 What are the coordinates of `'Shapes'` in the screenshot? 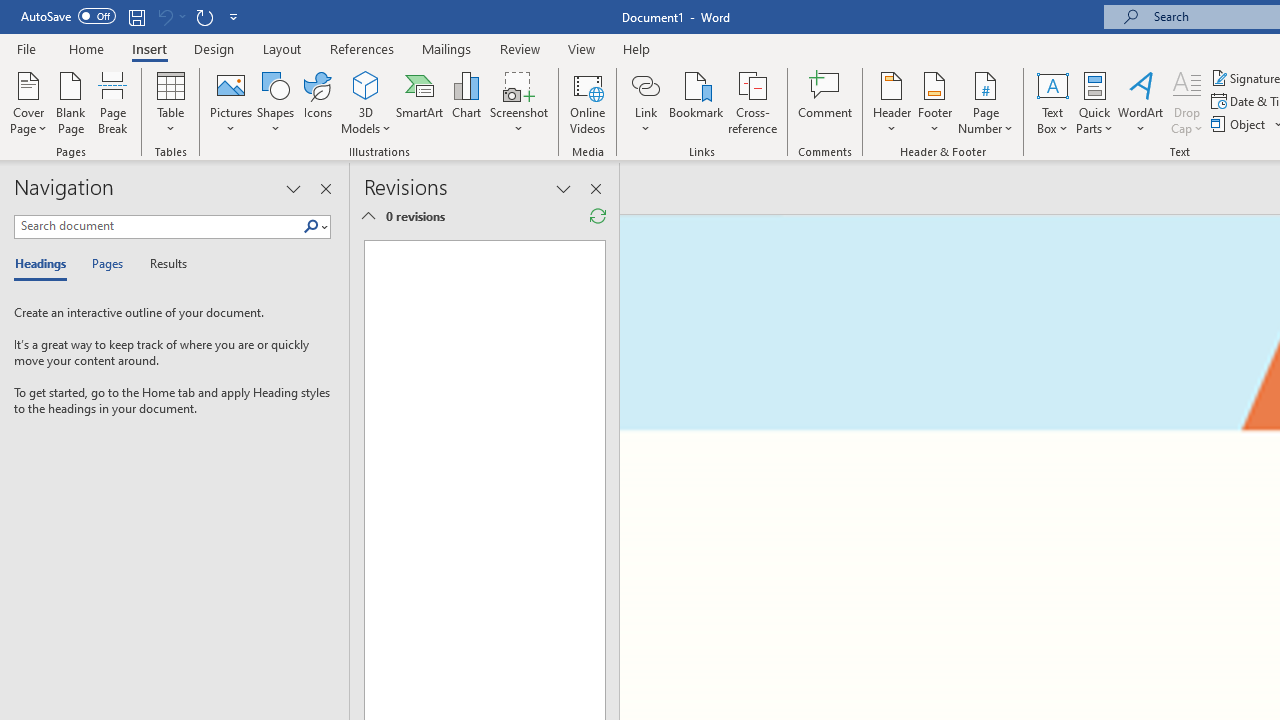 It's located at (274, 103).